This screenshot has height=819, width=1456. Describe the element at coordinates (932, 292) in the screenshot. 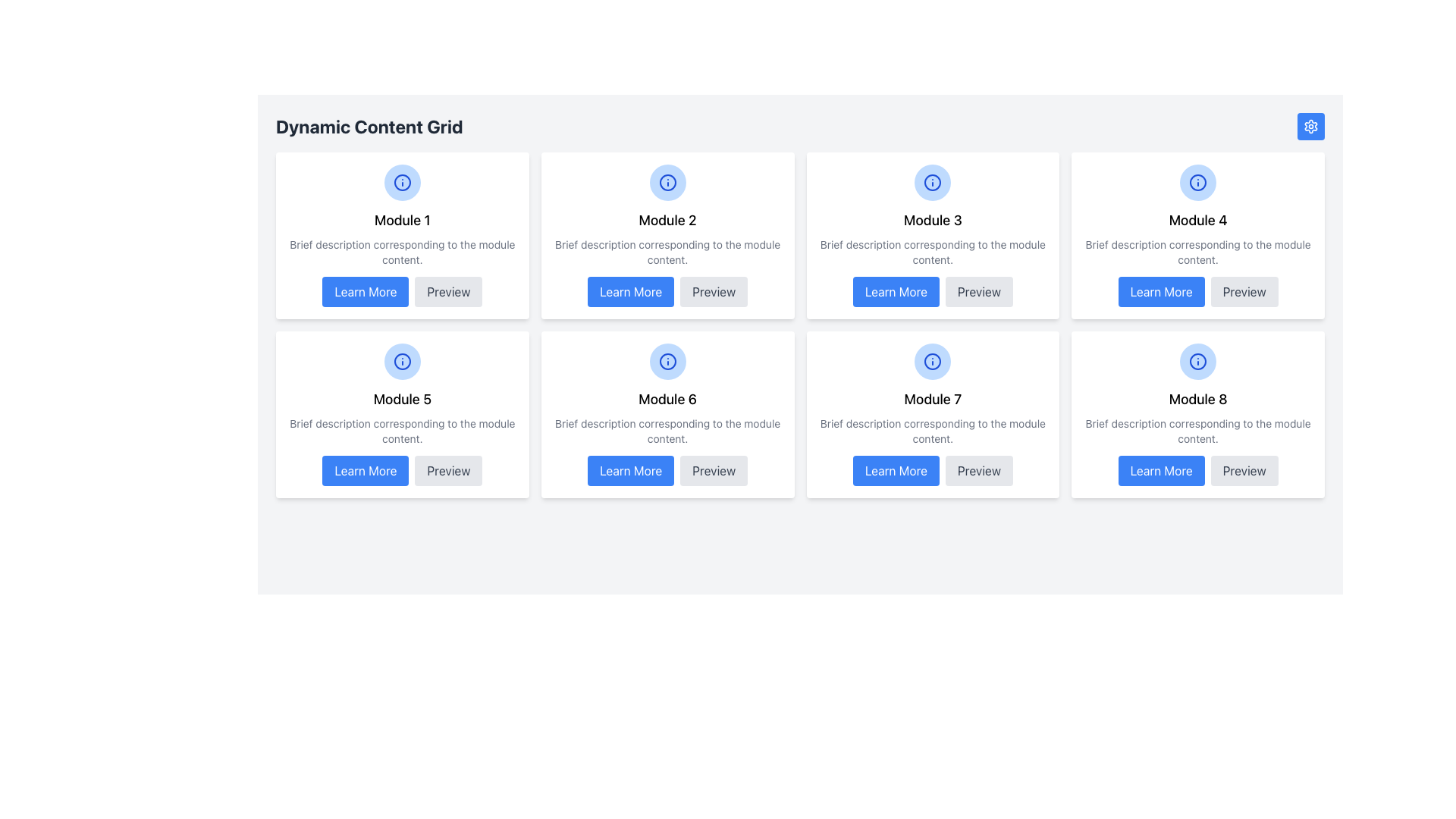

I see `the 'Module 3' button to observe hover effects, which is the first button in the bottom section of the card labeled 'Module 3' located centrally within the card layout` at that location.